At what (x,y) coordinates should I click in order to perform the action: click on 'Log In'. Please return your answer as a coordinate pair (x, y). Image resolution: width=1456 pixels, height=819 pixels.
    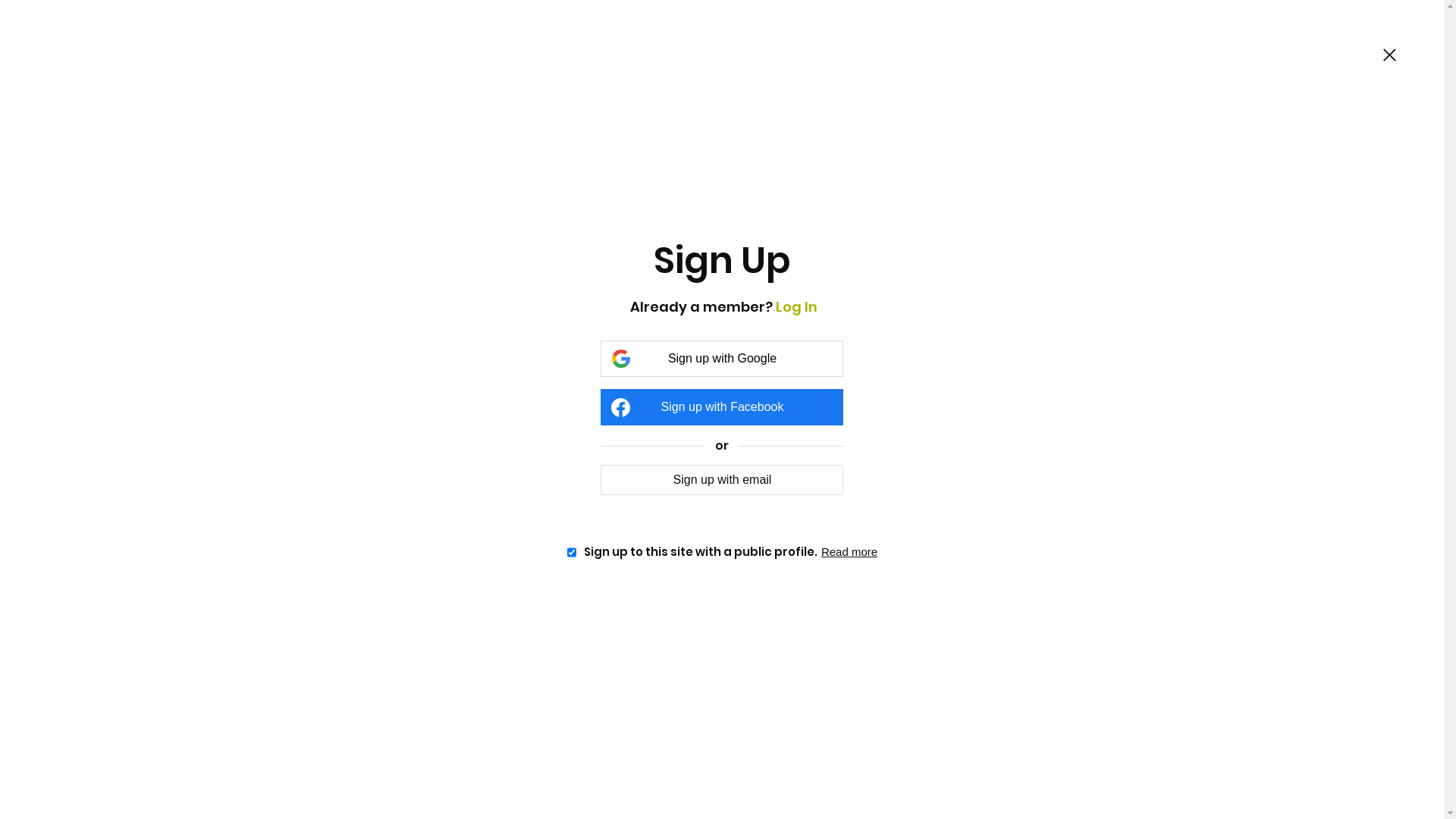
    Looking at the image, I should click on (775, 306).